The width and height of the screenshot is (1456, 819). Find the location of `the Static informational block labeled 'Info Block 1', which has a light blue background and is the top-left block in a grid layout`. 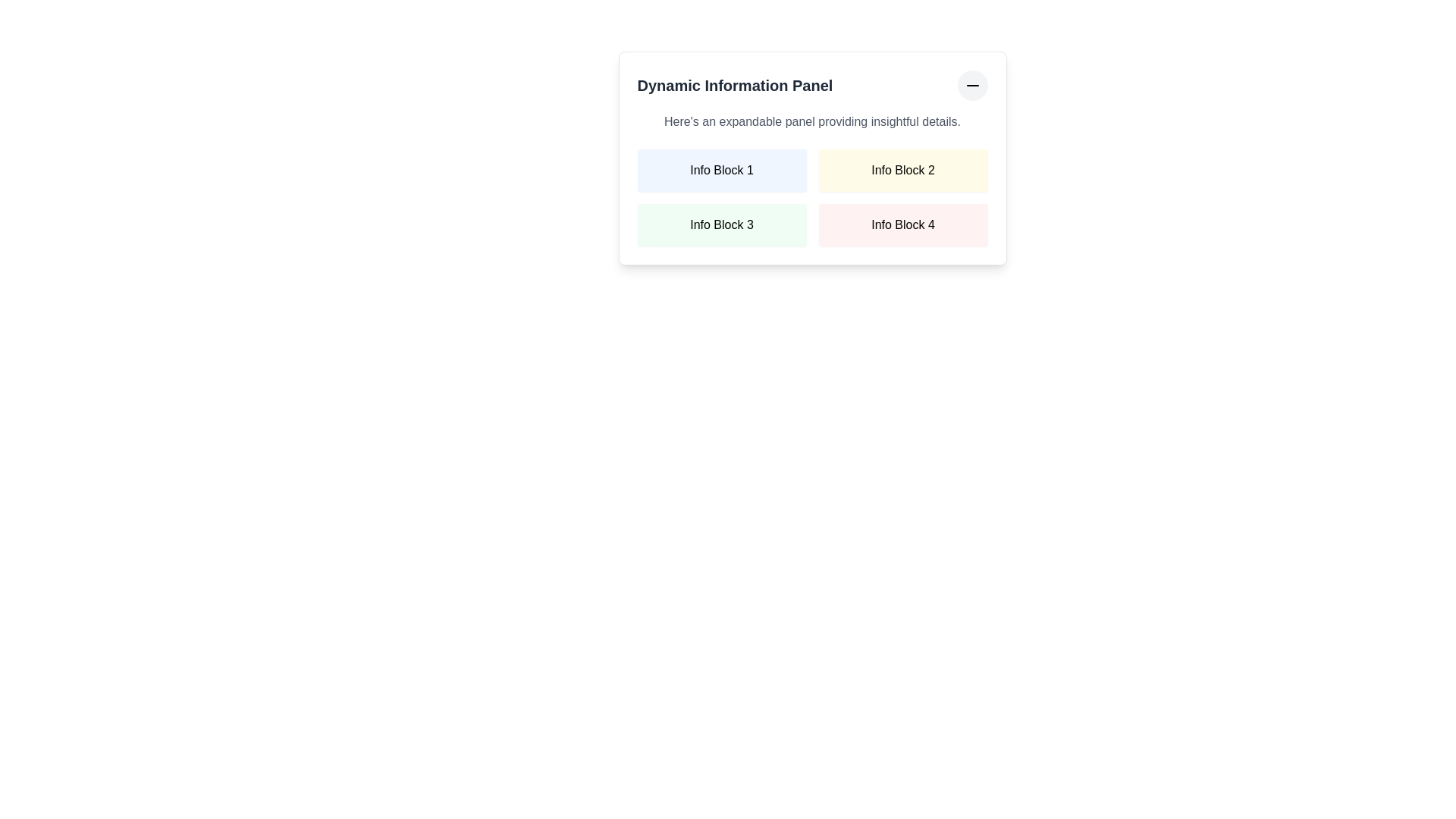

the Static informational block labeled 'Info Block 1', which has a light blue background and is the top-left block in a grid layout is located at coordinates (720, 170).